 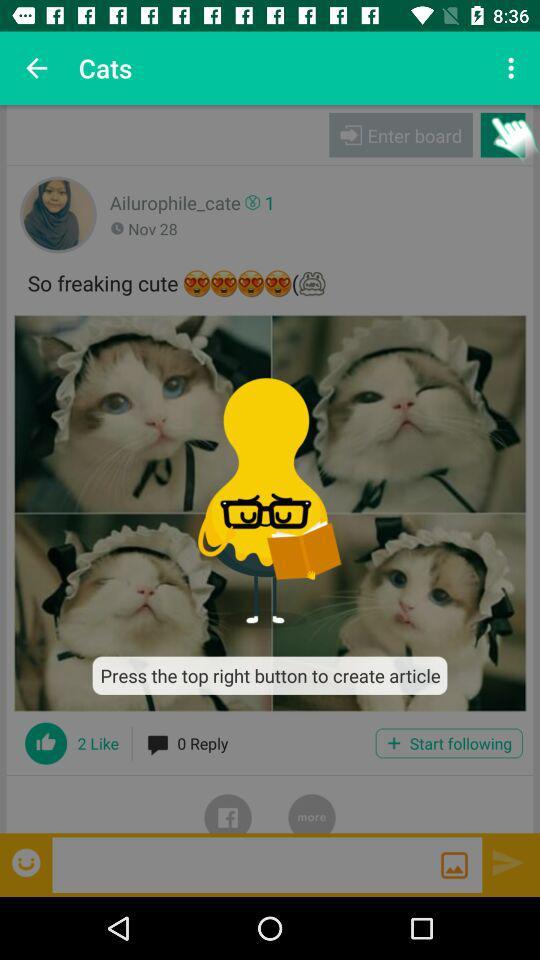 I want to click on give like, so click(x=46, y=742).